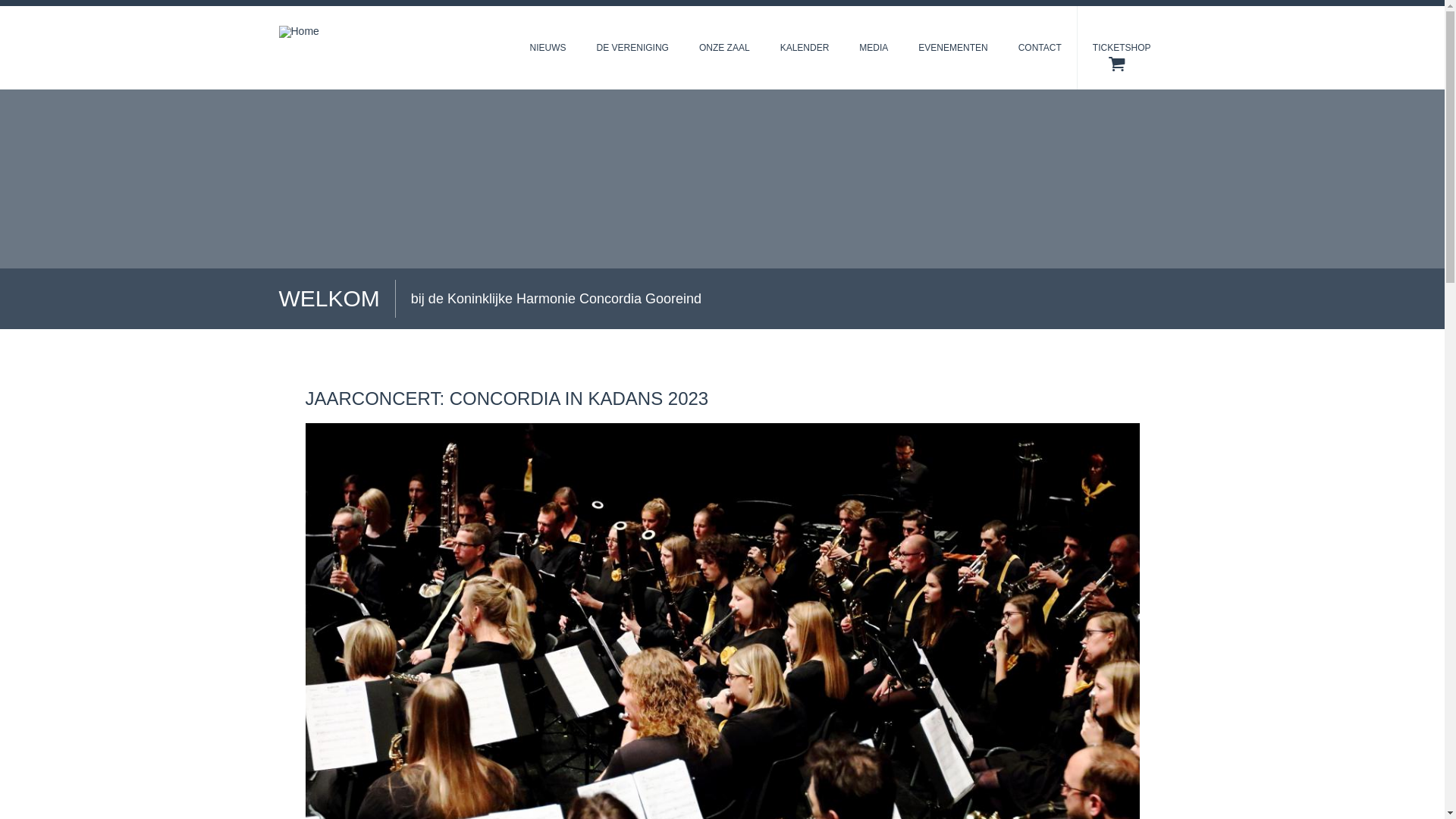  Describe the element at coordinates (506, 397) in the screenshot. I see `'JAARCONCERT: CONCORDIA IN KADANS 2023'` at that location.